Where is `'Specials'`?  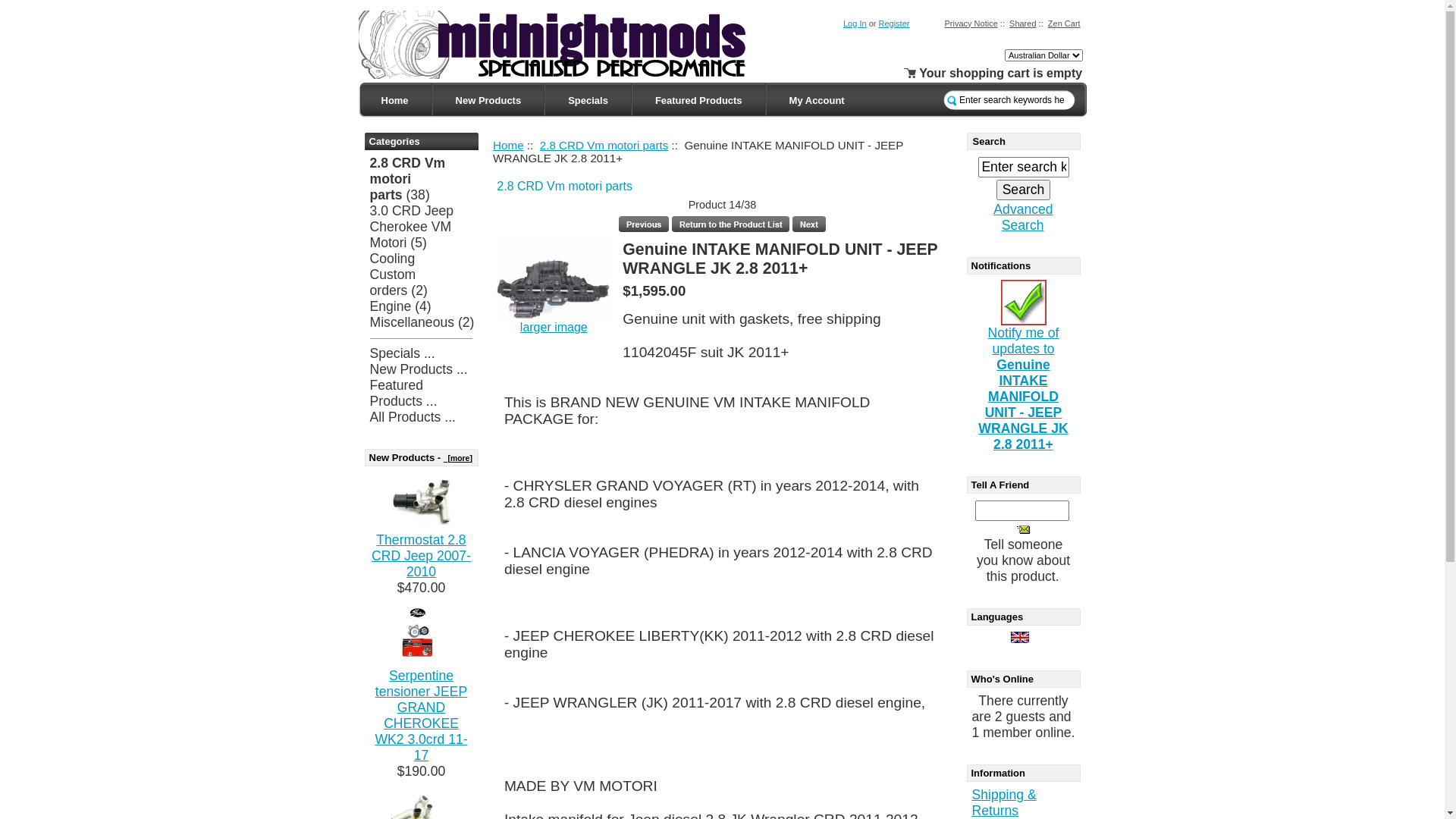
'Specials' is located at coordinates (587, 100).